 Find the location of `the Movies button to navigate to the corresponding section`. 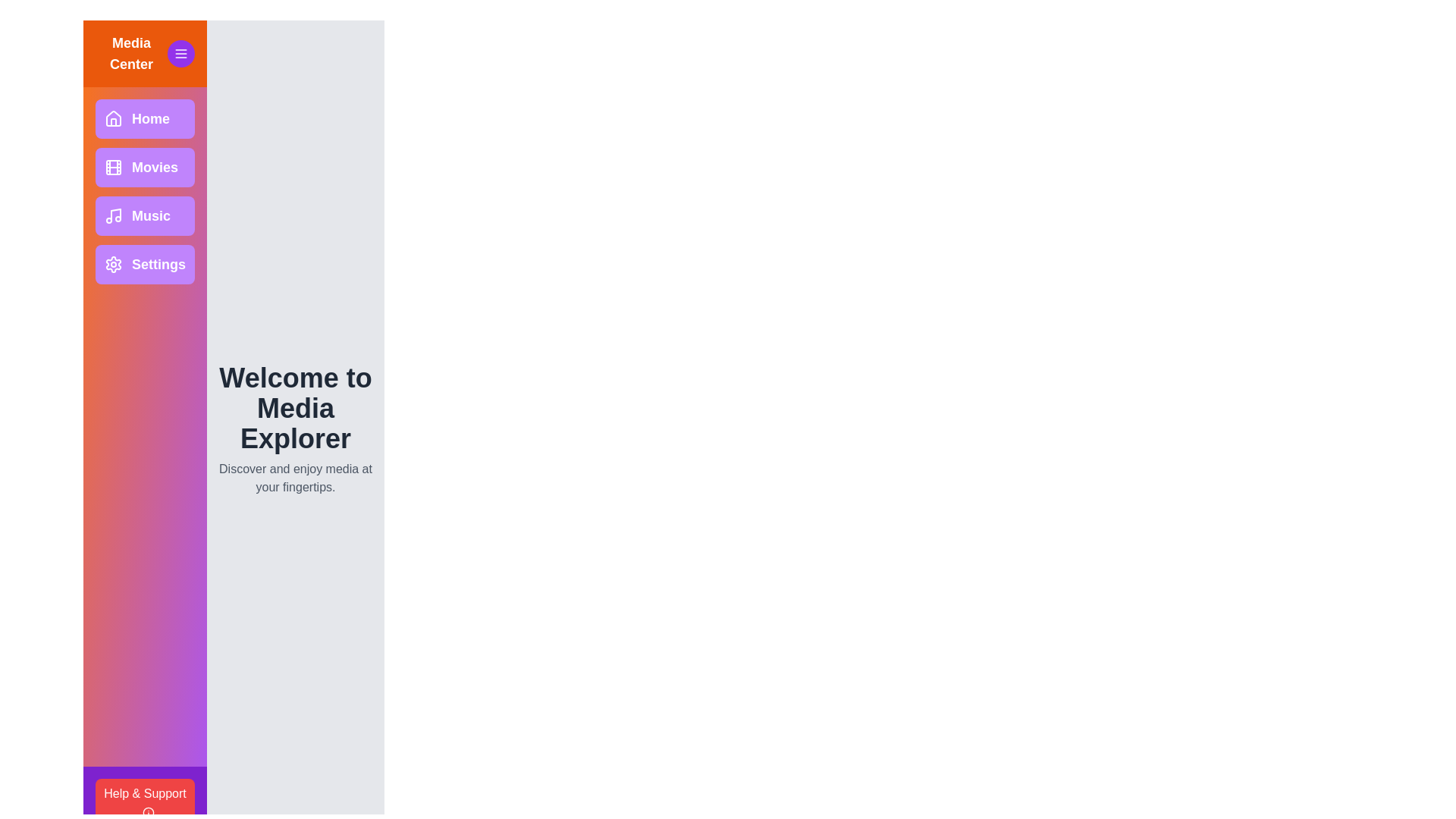

the Movies button to navigate to the corresponding section is located at coordinates (145, 167).